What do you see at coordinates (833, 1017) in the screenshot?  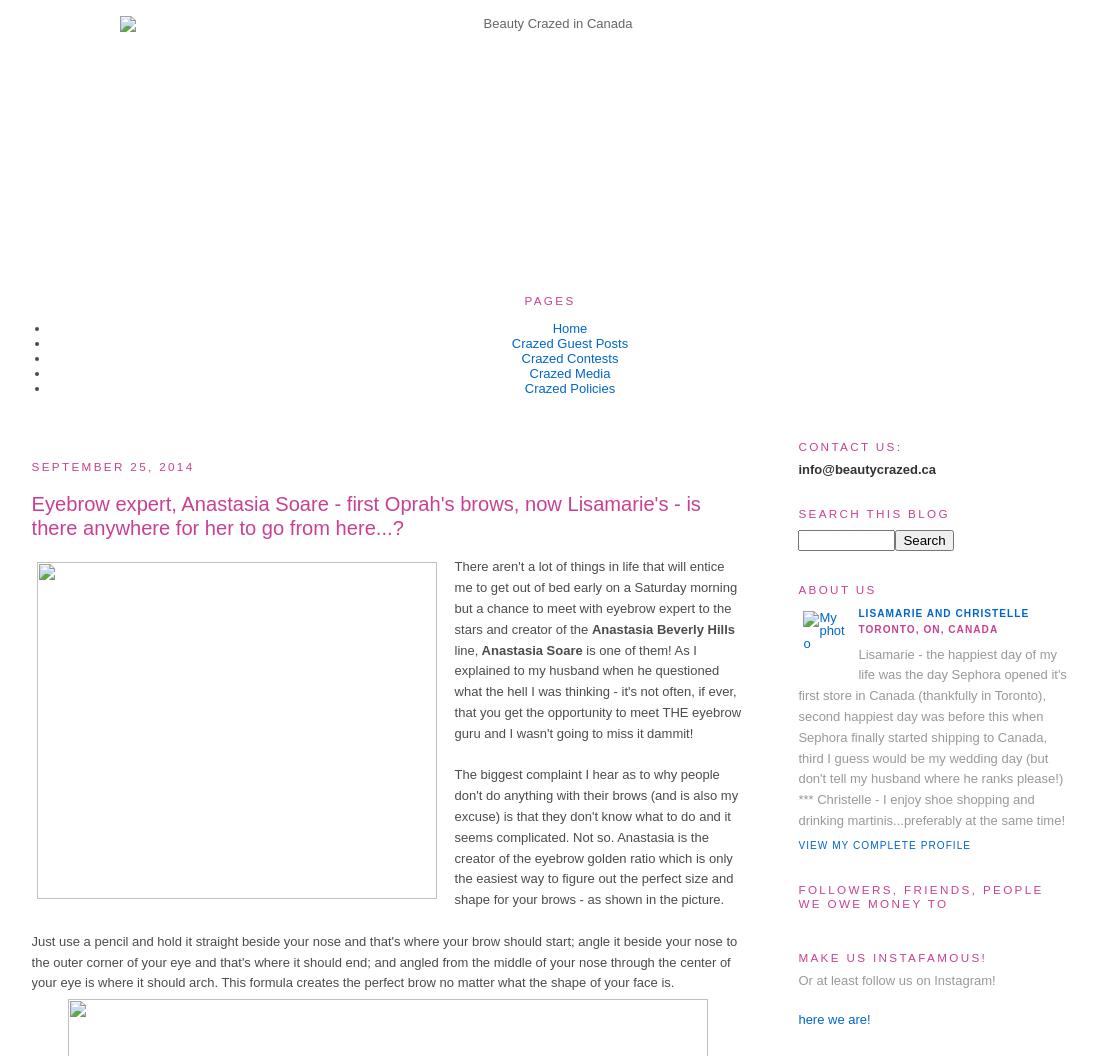 I see `'here we are!'` at bounding box center [833, 1017].